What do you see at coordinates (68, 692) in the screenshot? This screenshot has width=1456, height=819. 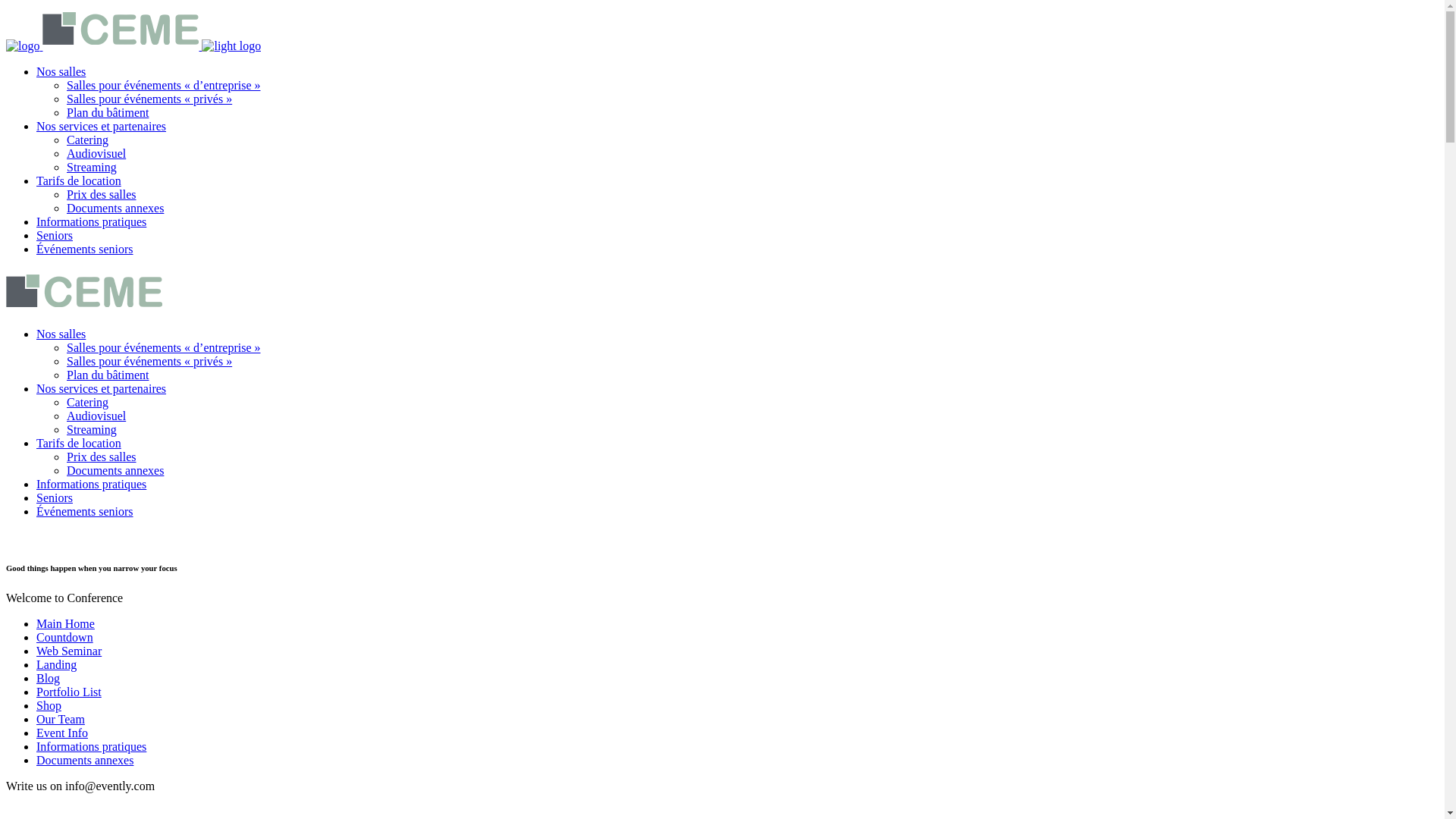 I see `'Portfolio List'` at bounding box center [68, 692].